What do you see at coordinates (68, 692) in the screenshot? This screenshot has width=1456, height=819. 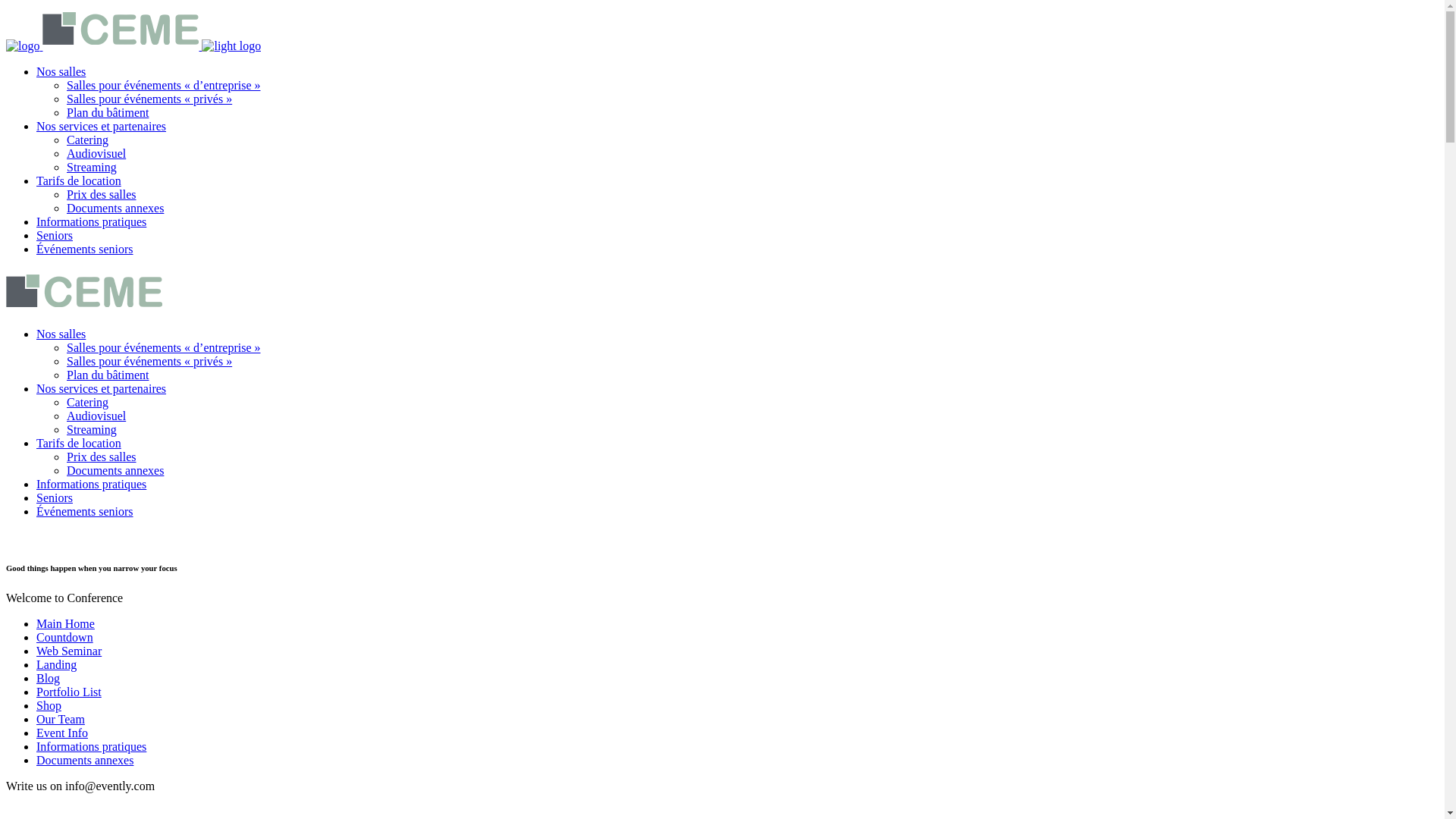 I see `'Portfolio List'` at bounding box center [68, 692].